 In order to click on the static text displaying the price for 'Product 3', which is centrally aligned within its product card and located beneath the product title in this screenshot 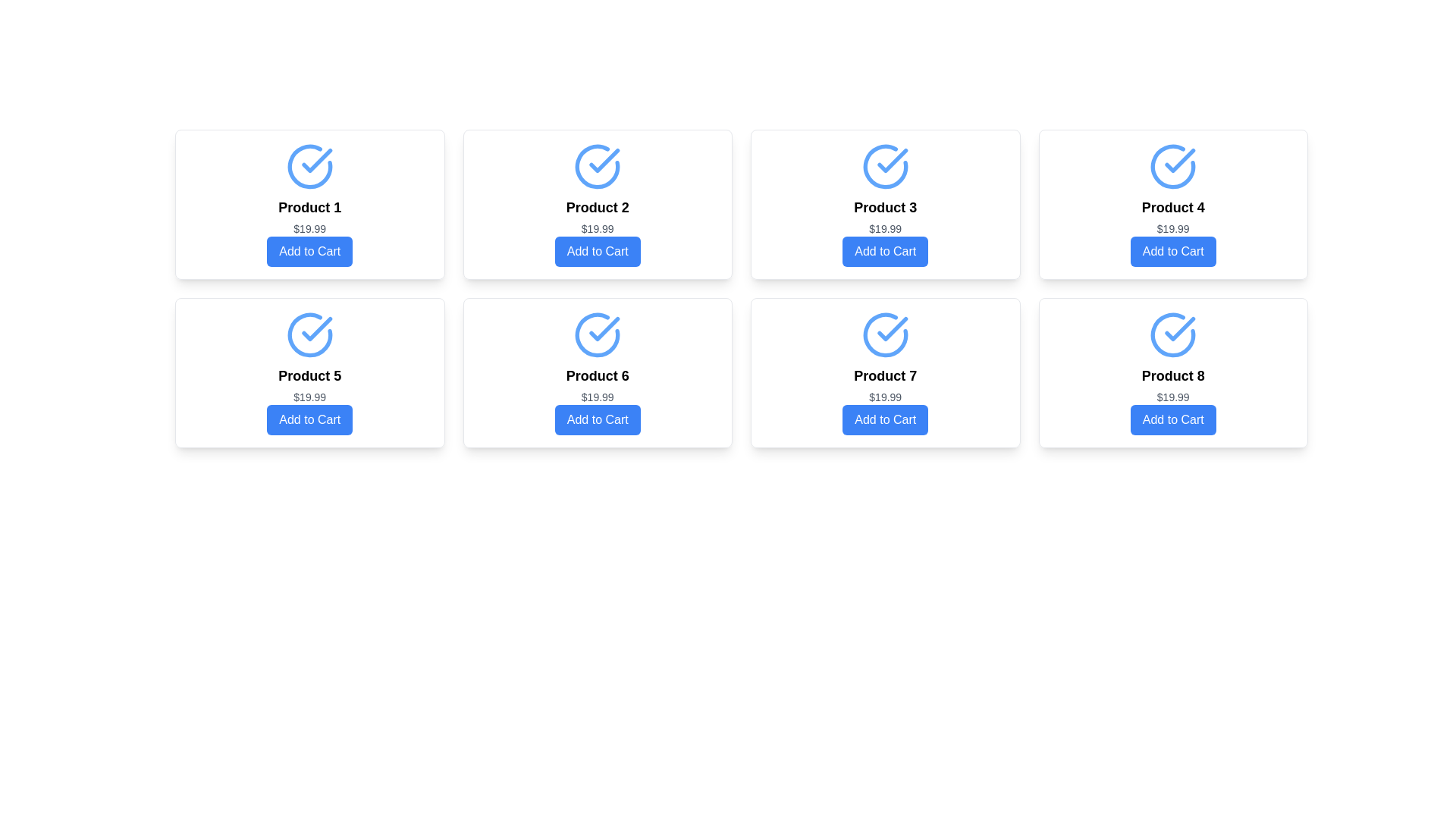, I will do `click(885, 228)`.